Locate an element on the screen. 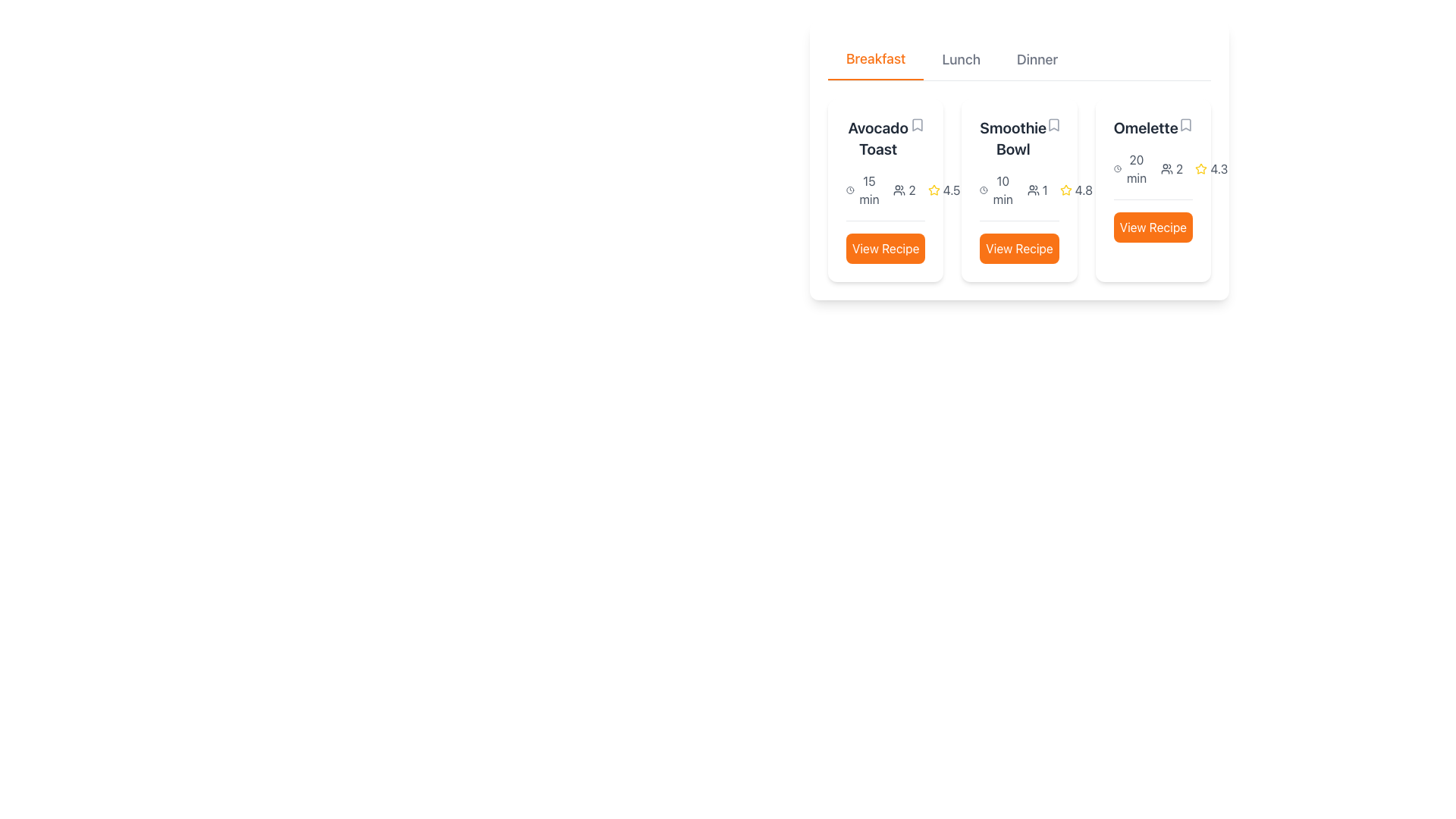  the filled star icon representing the rating value of '4.3' located in the rightmost column of the Omelette card, positioned slightly above the 'View Recipe' button is located at coordinates (1200, 169).